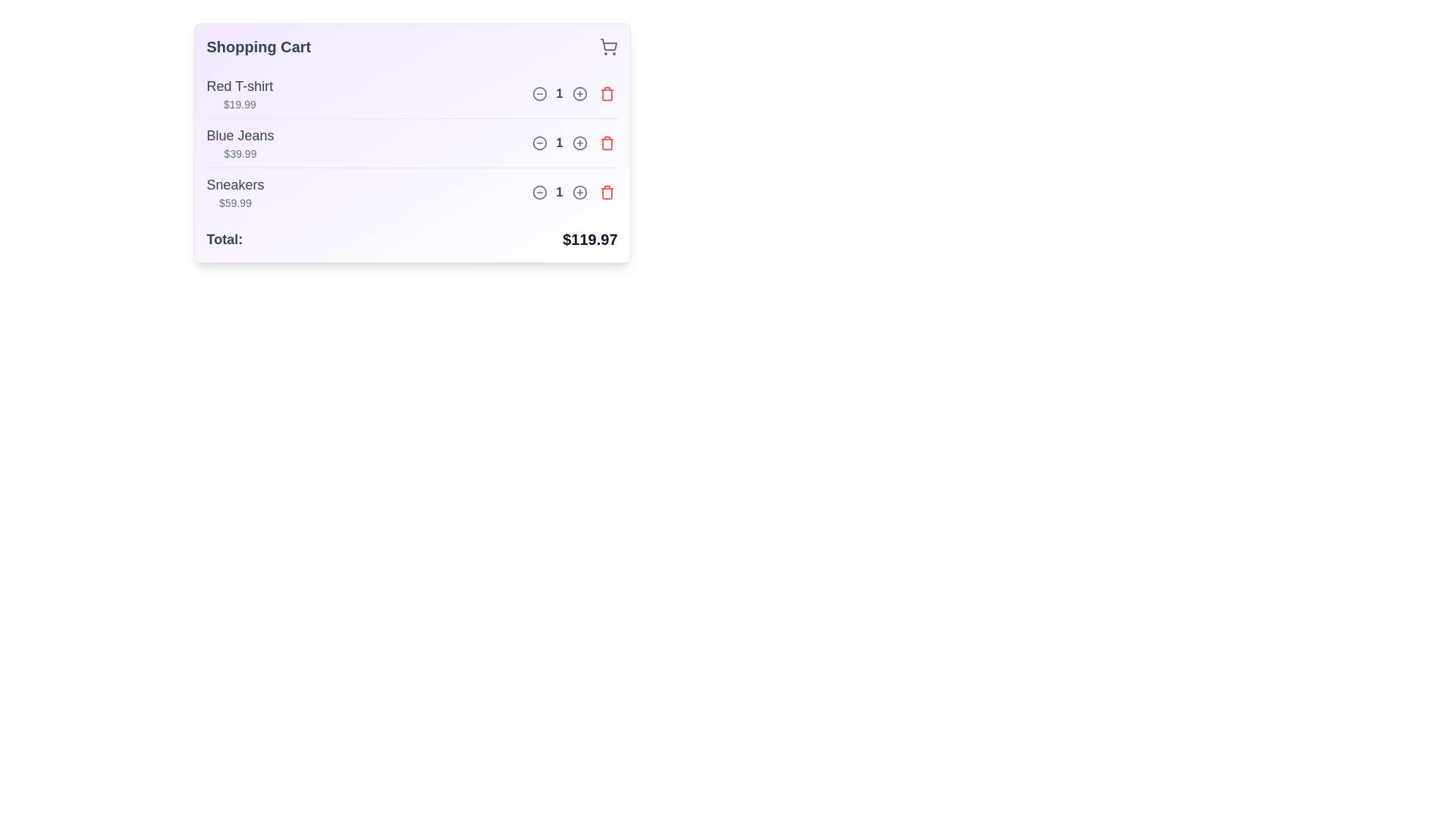 The image size is (1456, 819). Describe the element at coordinates (607, 144) in the screenshot. I see `the second trash can icon` at that location.